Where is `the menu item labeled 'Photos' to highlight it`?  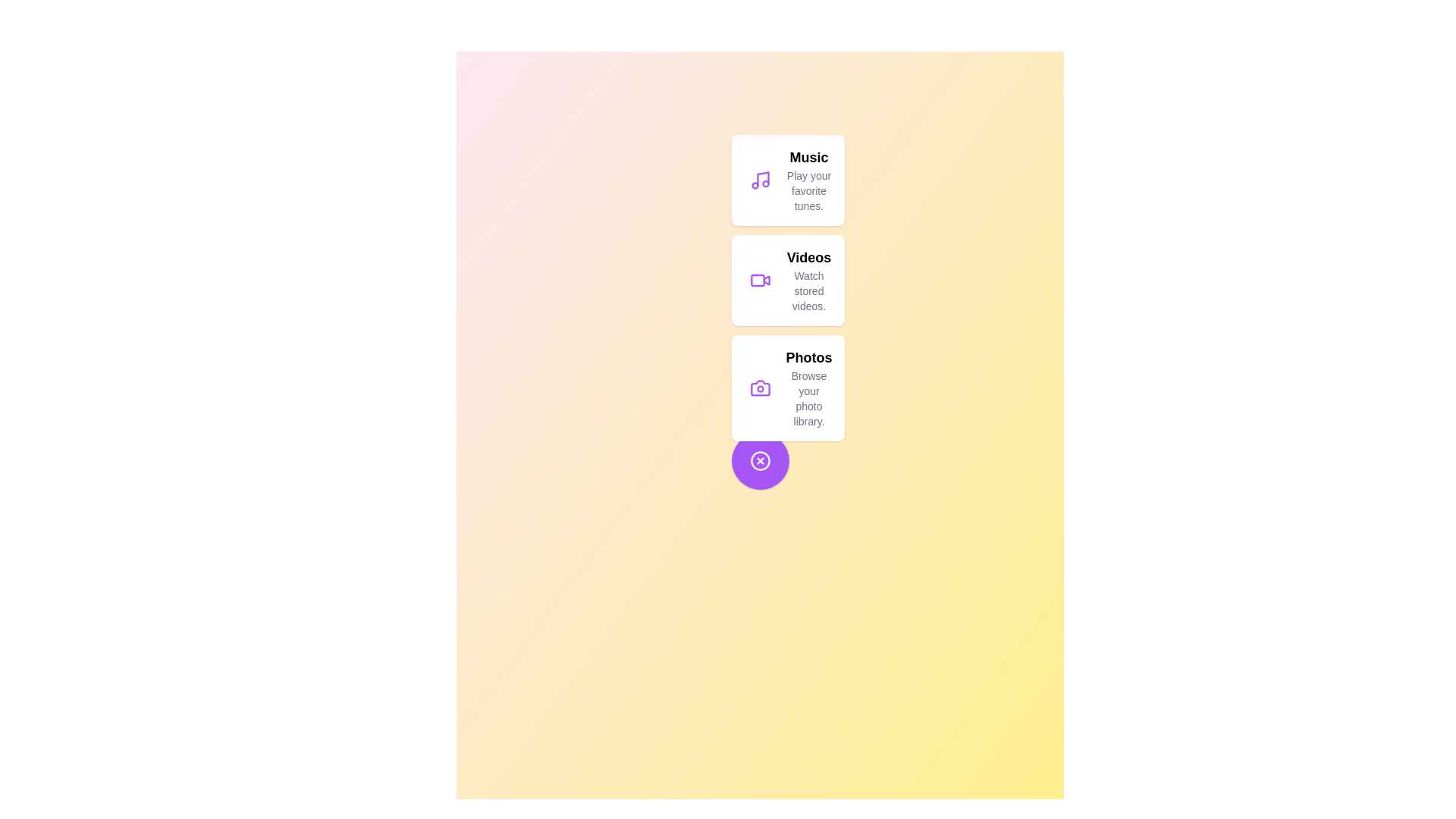
the menu item labeled 'Photos' to highlight it is located at coordinates (787, 388).